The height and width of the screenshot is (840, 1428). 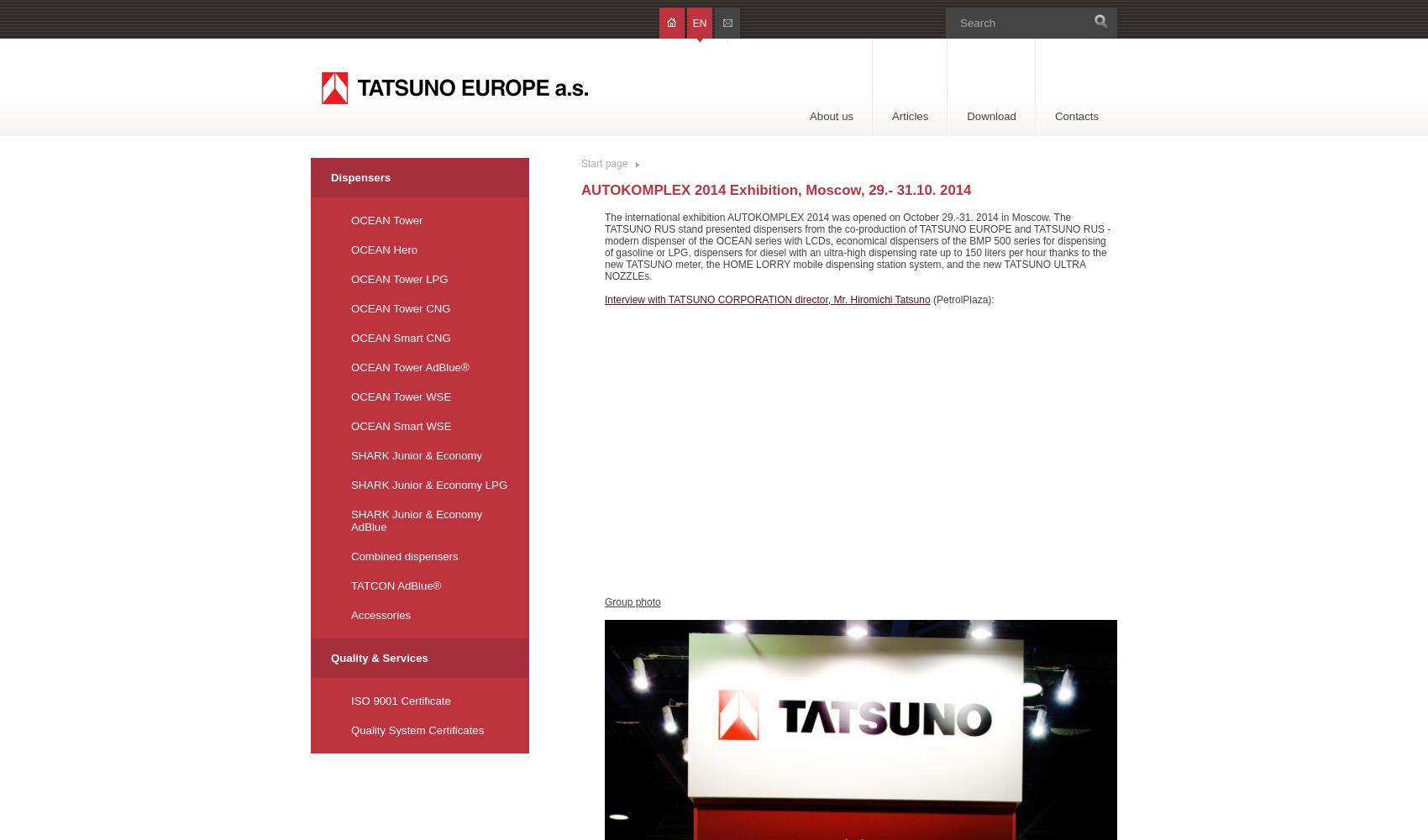 I want to click on 'Group photo', so click(x=604, y=601).